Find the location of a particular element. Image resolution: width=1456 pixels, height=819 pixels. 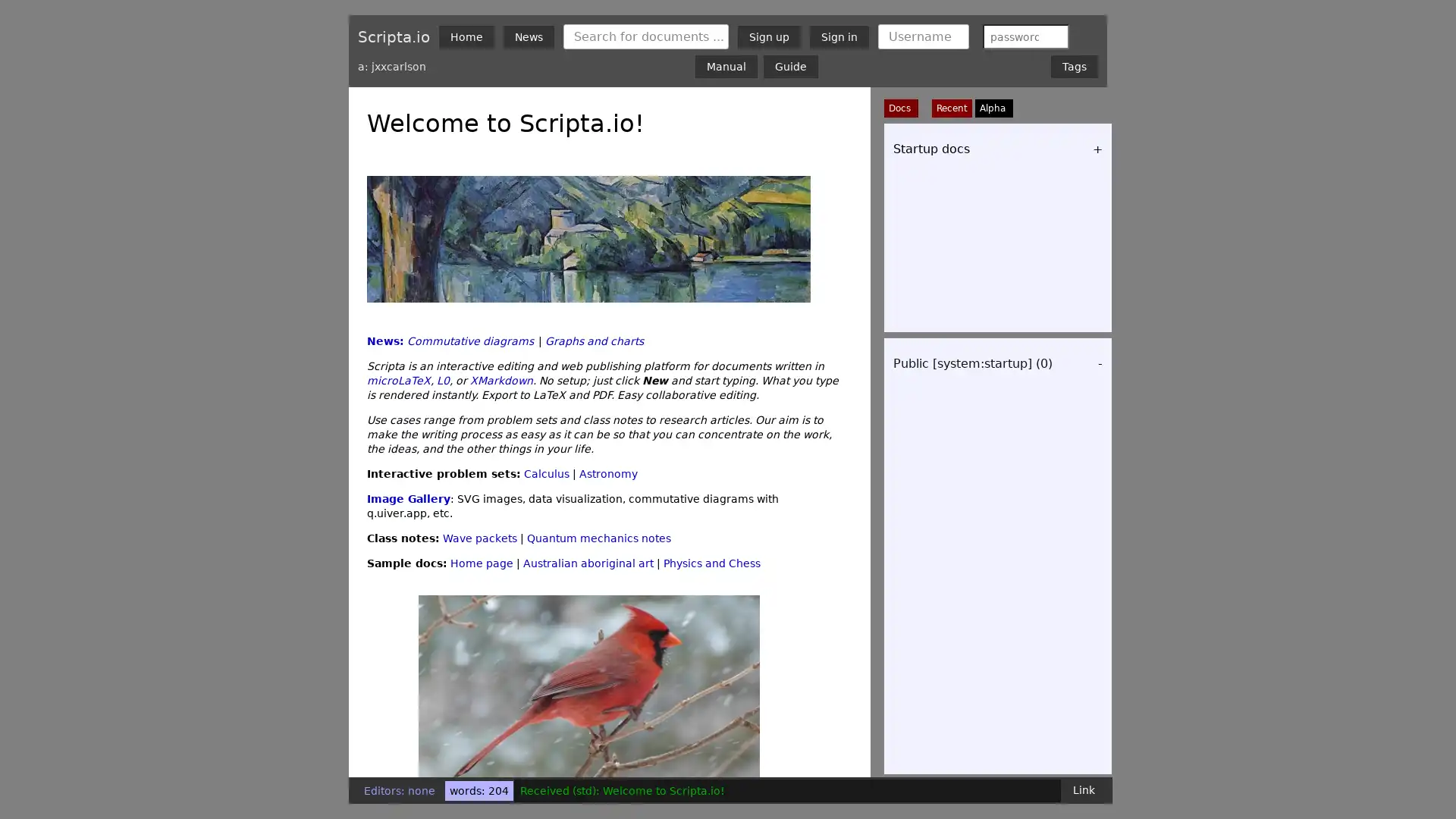

Astronomy is located at coordinates (608, 472).